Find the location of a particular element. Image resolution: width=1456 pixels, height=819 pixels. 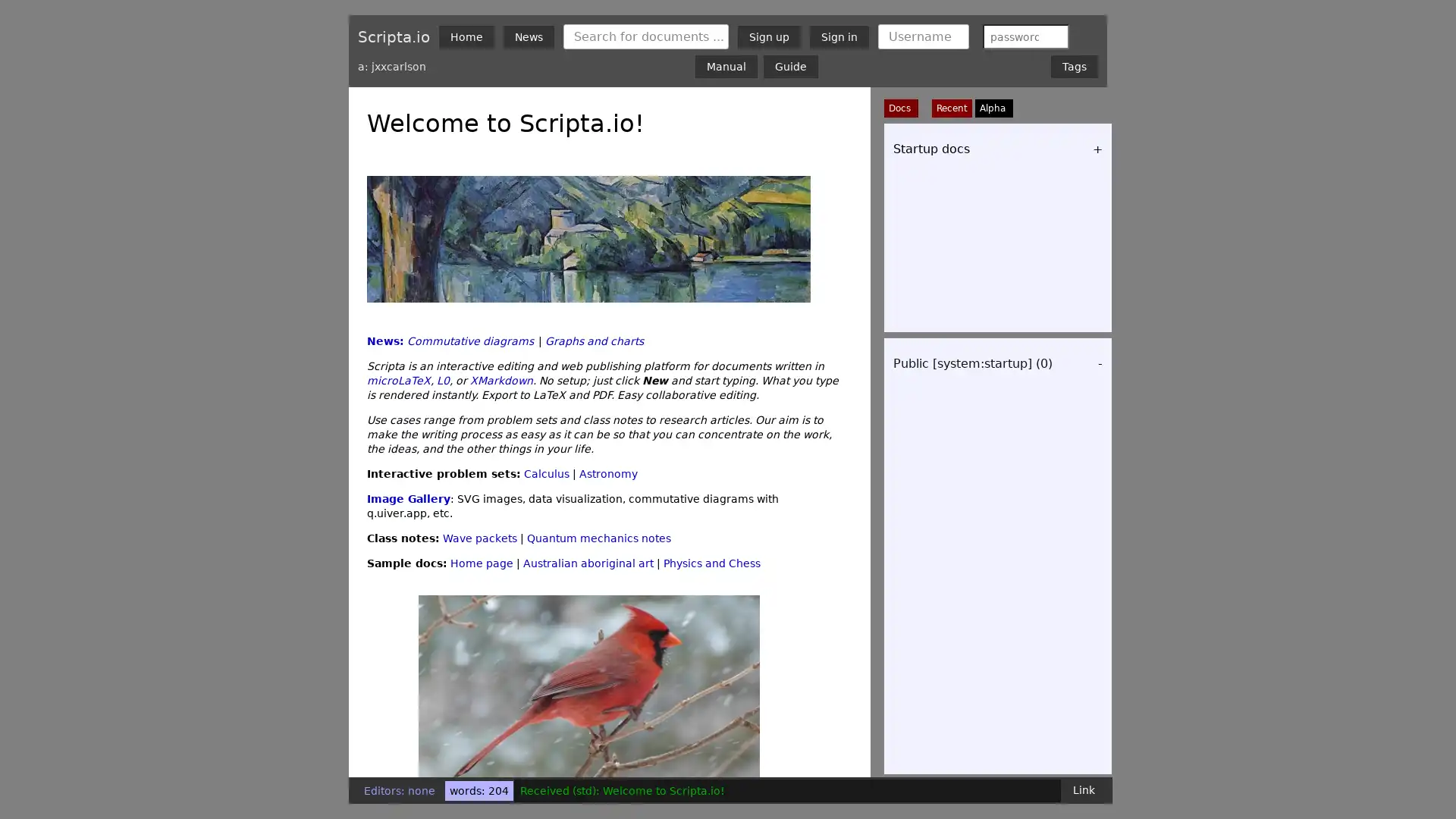

Astronomy is located at coordinates (608, 472).